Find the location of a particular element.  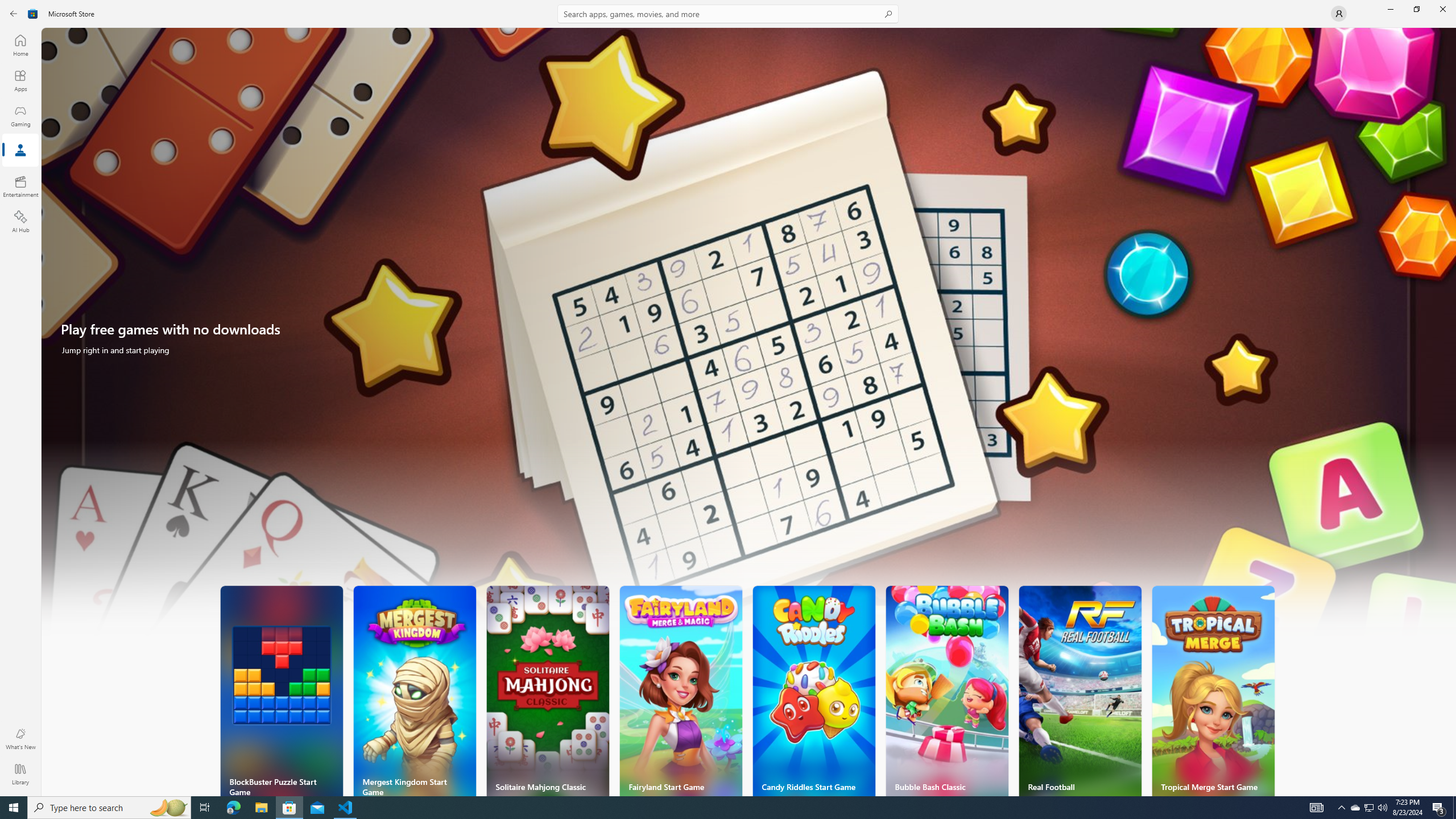

'Apps' is located at coordinates (19, 80).